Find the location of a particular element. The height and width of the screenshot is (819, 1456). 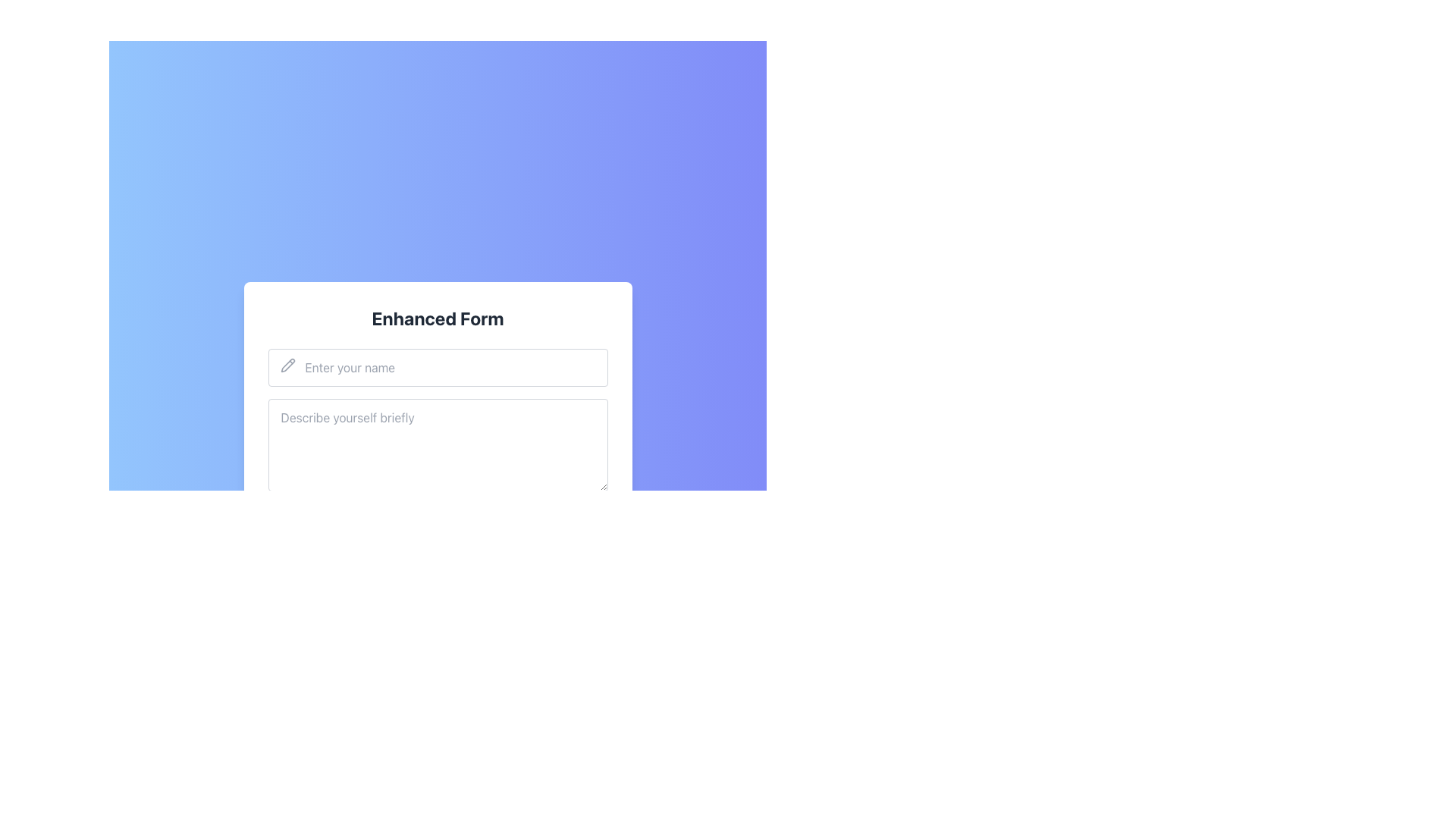

the pencil icon located to the left of the 'Enter your name' input field, which represents editing capabilities is located at coordinates (287, 366).